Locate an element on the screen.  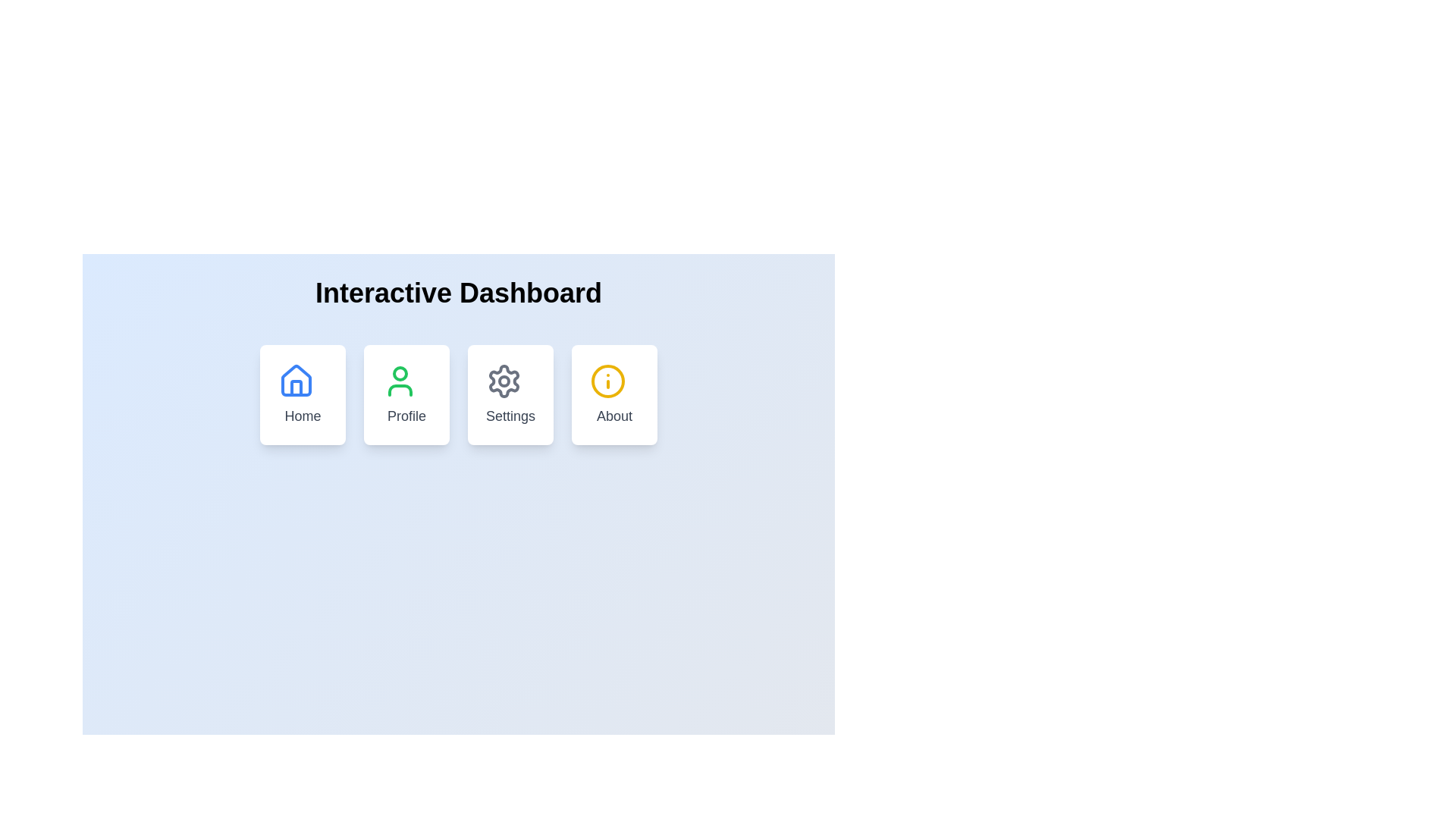
the circular glyph within the 'Profile' icon, which is part of the main navigation on the dashboard, appearing as a filled circle with a green outline is located at coordinates (400, 374).